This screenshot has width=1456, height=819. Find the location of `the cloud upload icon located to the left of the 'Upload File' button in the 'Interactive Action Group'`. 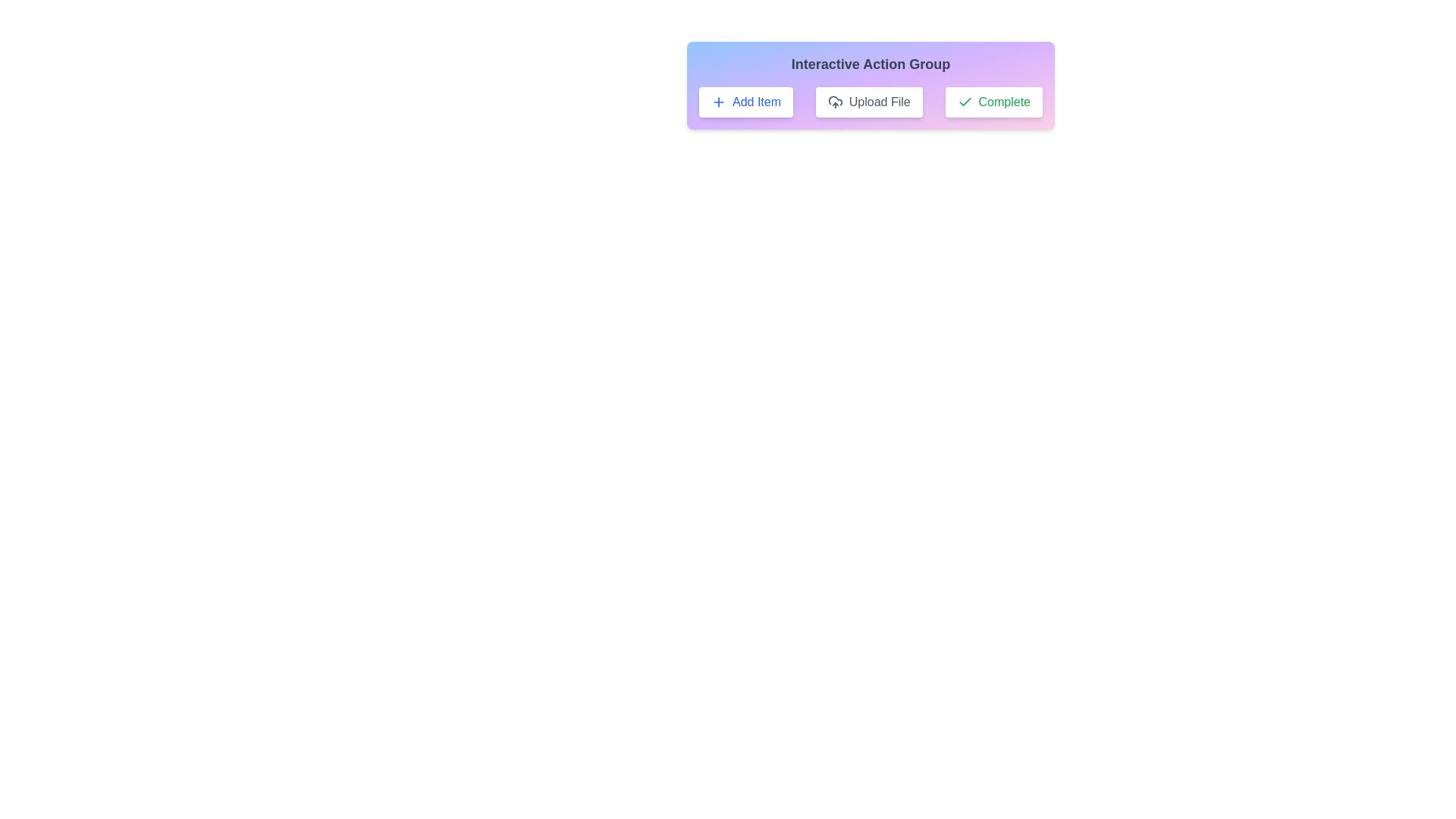

the cloud upload icon located to the left of the 'Upload File' button in the 'Interactive Action Group' is located at coordinates (834, 102).